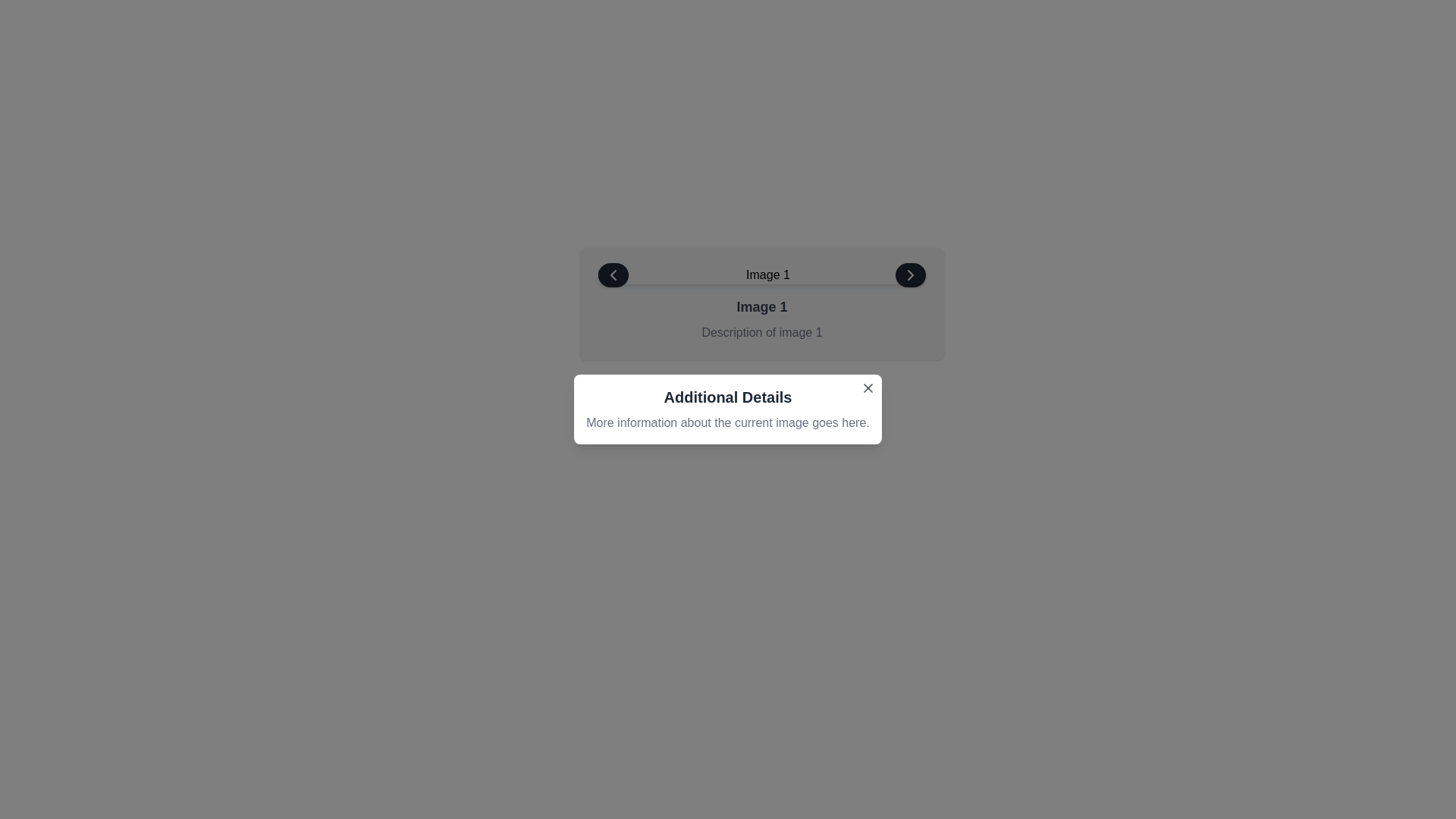  Describe the element at coordinates (613, 275) in the screenshot. I see `the left-pointing chevron SVG icon located within the circular button on the left side of the navigation bar` at that location.